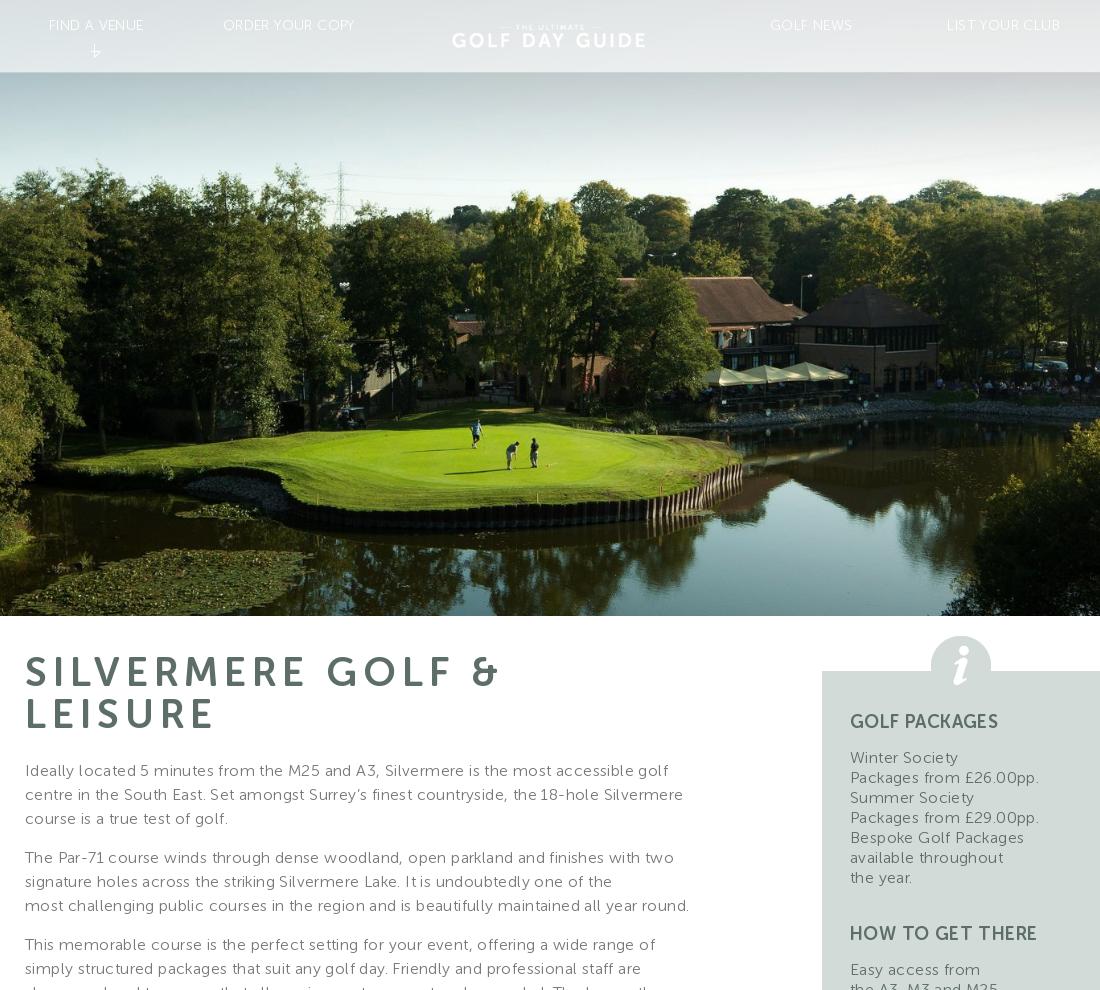 Image resolution: width=1100 pixels, height=990 pixels. What do you see at coordinates (356, 881) in the screenshot?
I see `'The Par-71 course winds through dense woodland, open parkland and finishes with two signature holes across the striking Silvermere Lake. It is undoubtedly one of the most challenging public courses in the region and is beautifully maintained all year round.'` at bounding box center [356, 881].